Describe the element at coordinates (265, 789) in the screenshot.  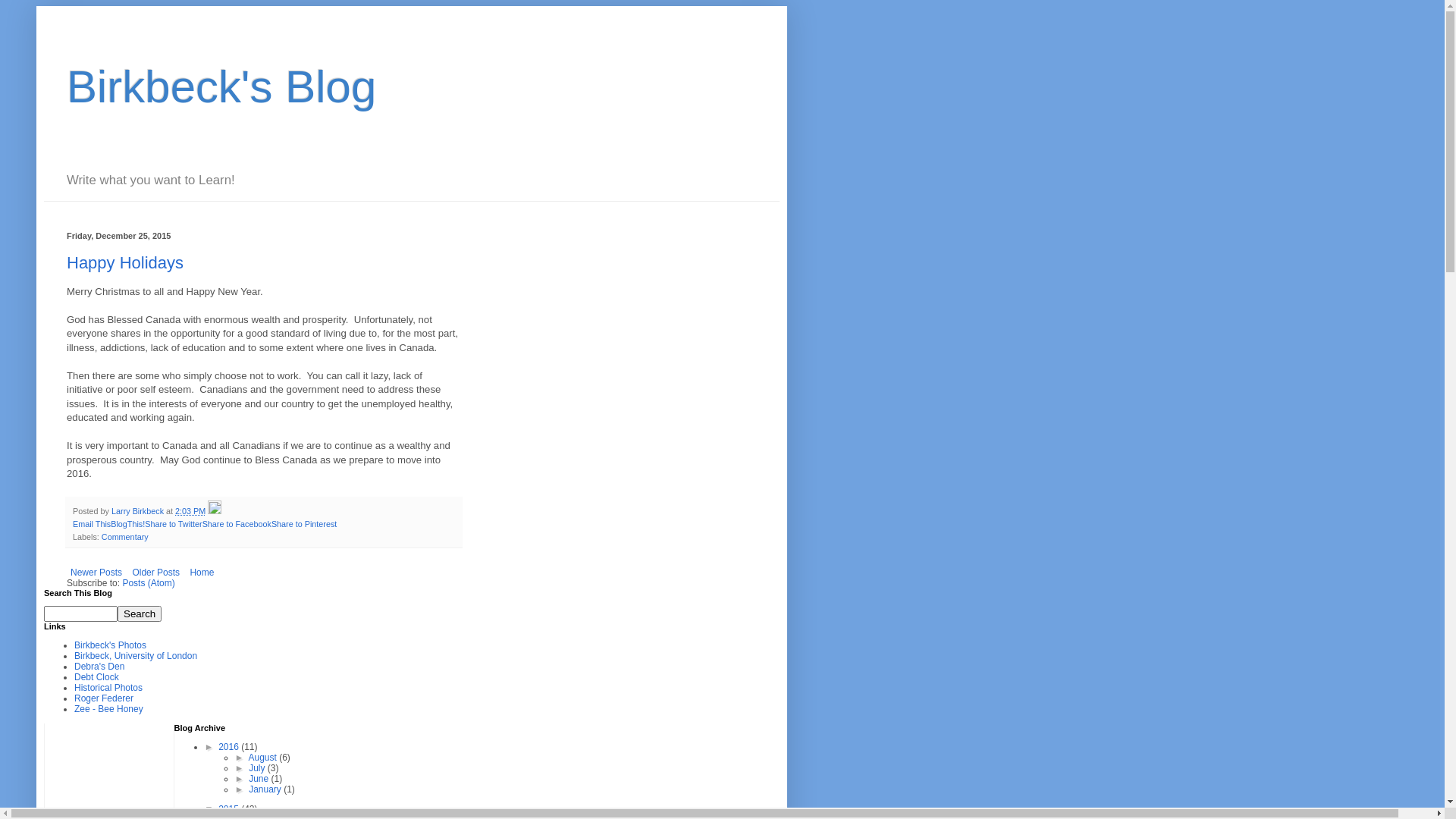
I see `'January'` at that location.